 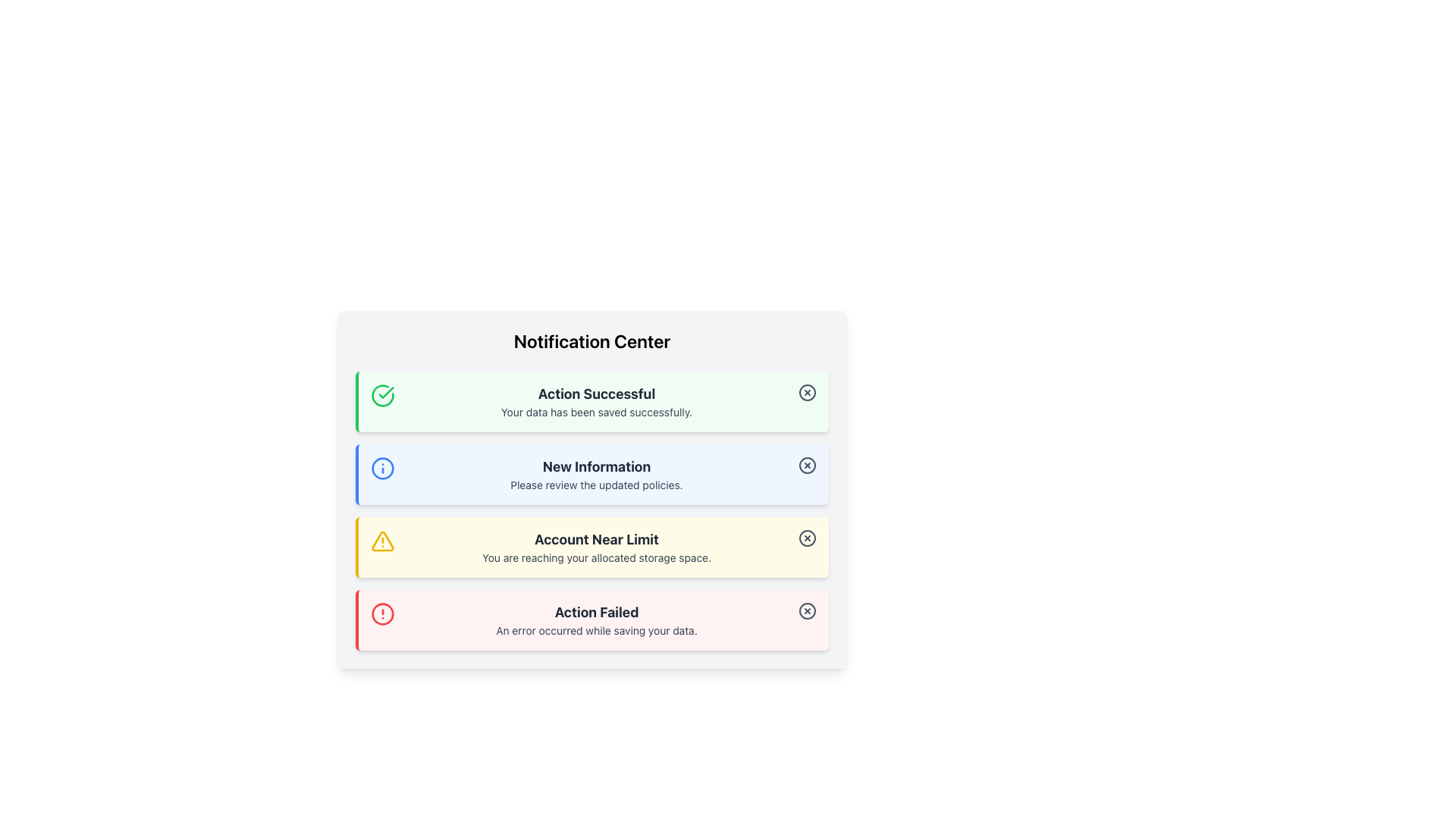 What do you see at coordinates (596, 400) in the screenshot?
I see `the 'Action Successful' notification in the green notification block at the top of the 'Notification Center' panel` at bounding box center [596, 400].